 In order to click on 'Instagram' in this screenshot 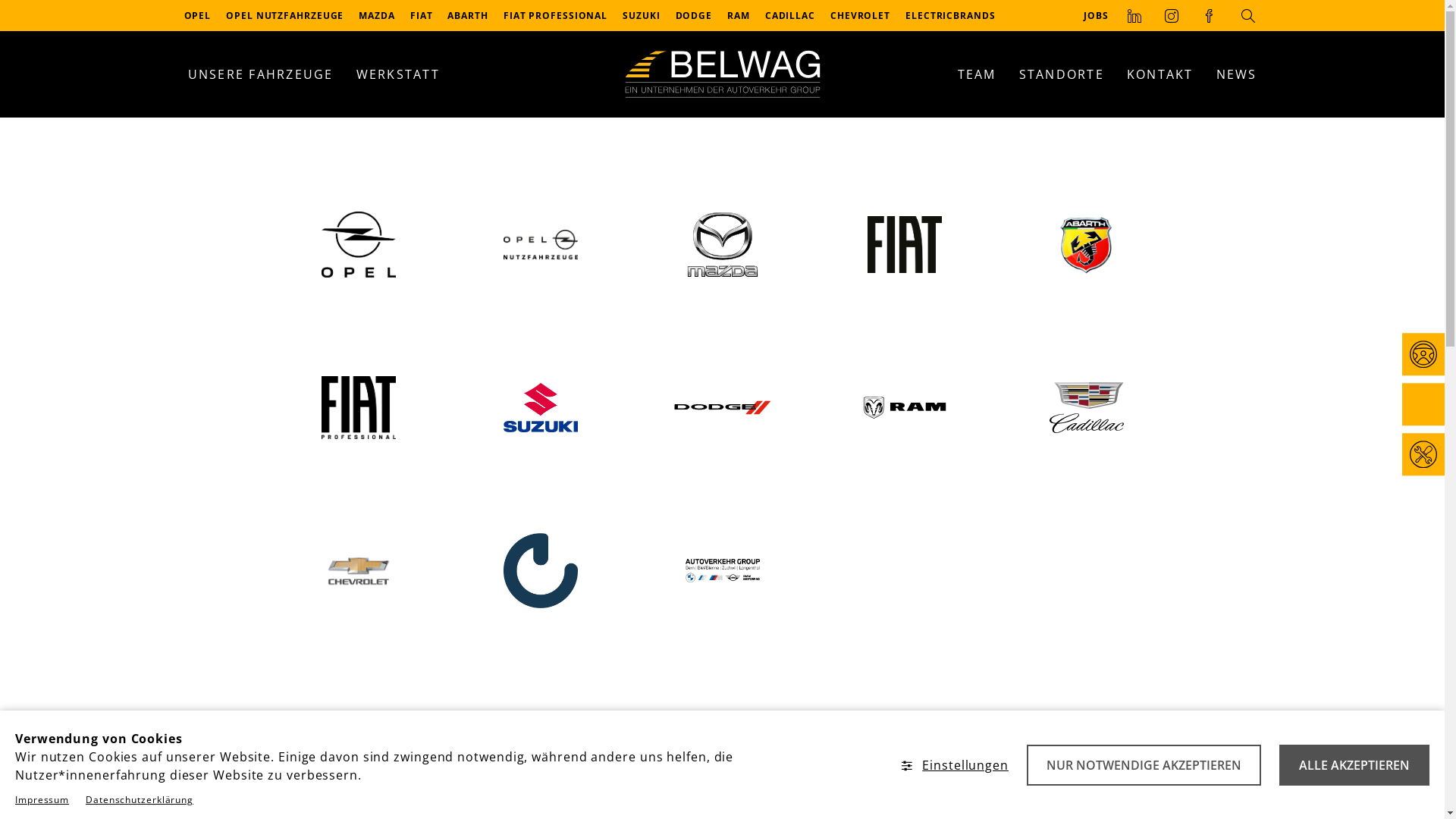, I will do `click(1153, 14)`.